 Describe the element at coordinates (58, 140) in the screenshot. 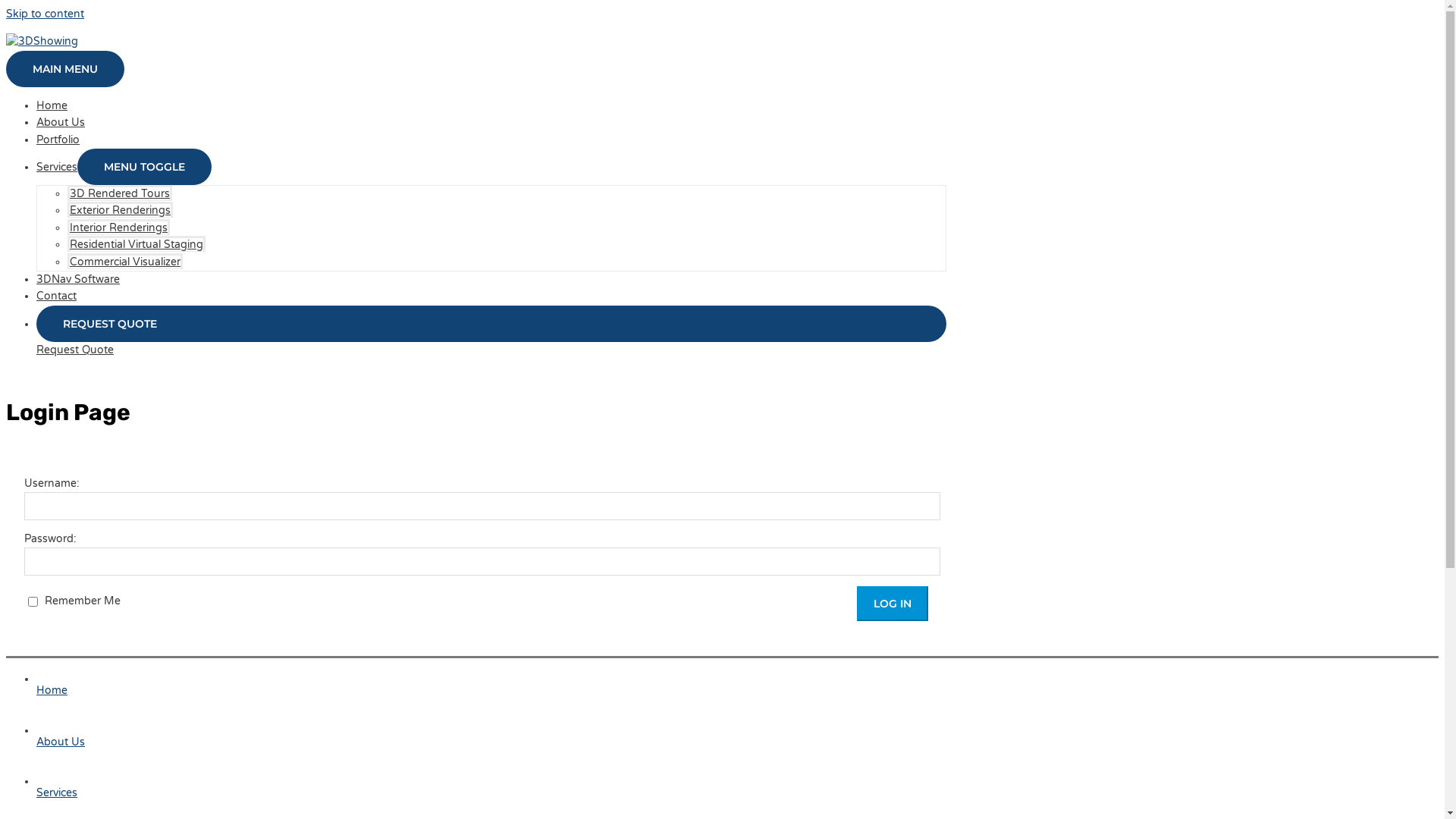

I see `'Portfolio'` at that location.